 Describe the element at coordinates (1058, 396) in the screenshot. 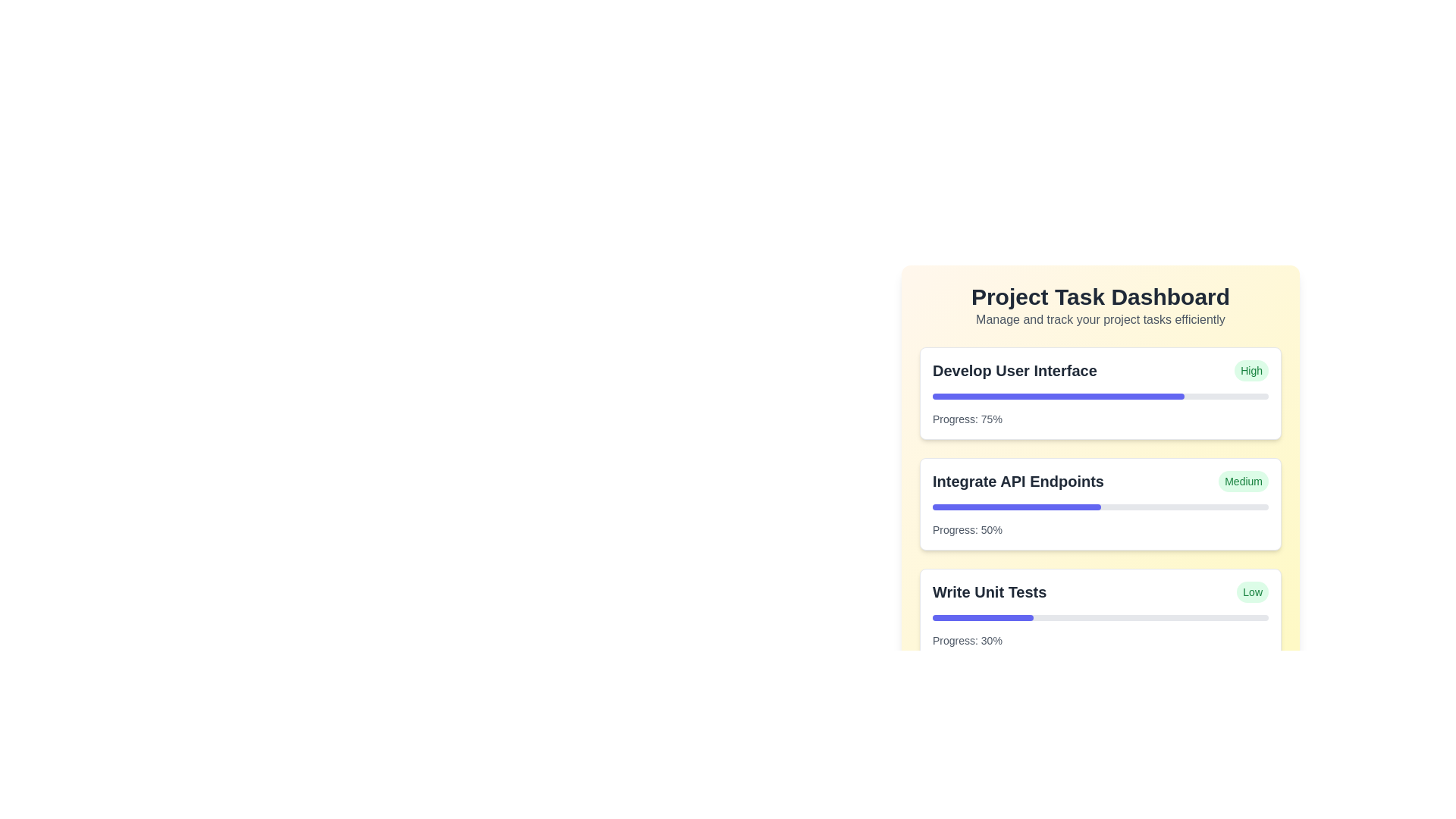

I see `the filled portion of the progress bar indicating 75% completion for the 'Develop User Interface' task in the Project Task Dashboard` at that location.